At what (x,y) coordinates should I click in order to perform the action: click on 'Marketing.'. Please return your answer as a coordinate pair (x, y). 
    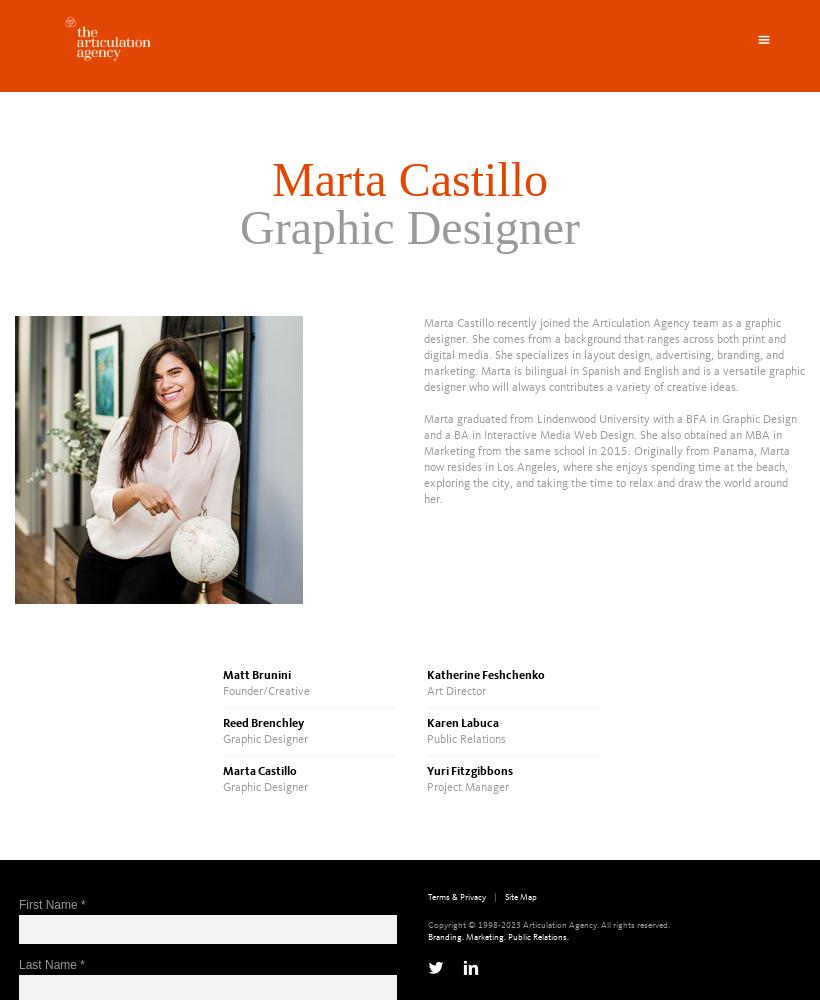
    Looking at the image, I should click on (485, 936).